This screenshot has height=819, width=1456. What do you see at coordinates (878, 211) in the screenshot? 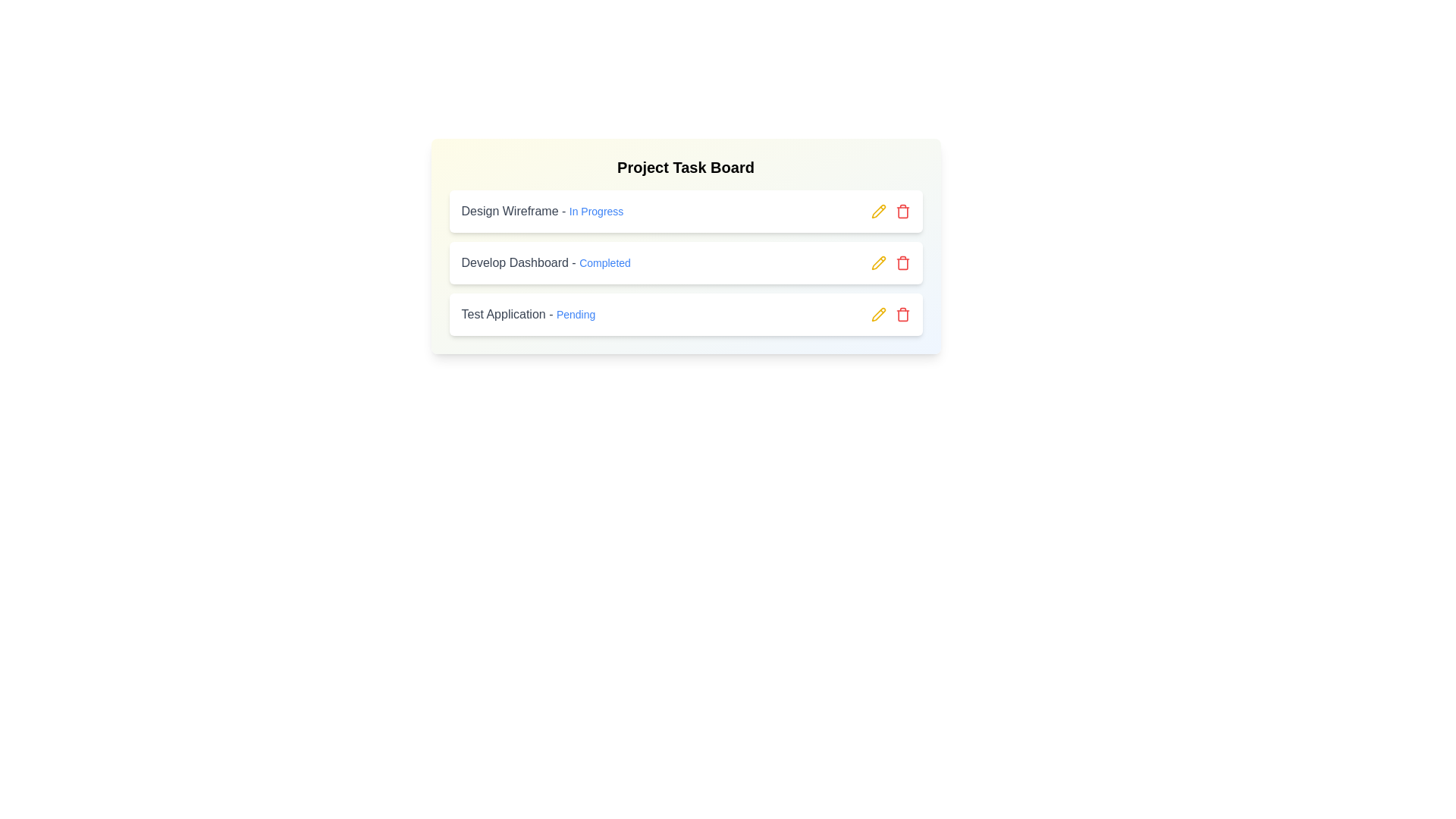
I see `the pencil icon next to the 'Design Wireframe' task to edit it` at bounding box center [878, 211].